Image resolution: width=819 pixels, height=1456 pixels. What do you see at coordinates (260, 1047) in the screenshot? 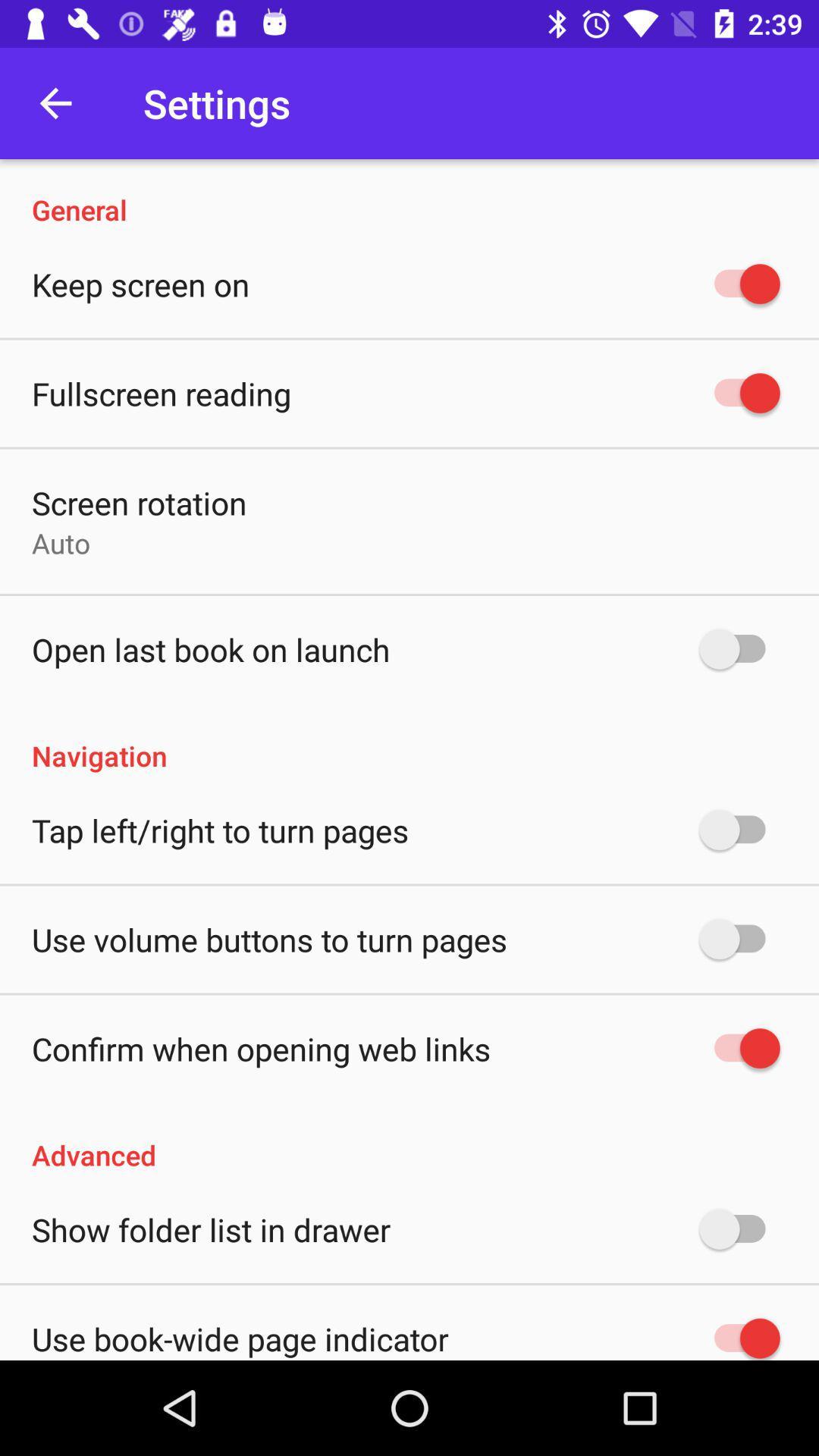
I see `confirm when opening` at bounding box center [260, 1047].